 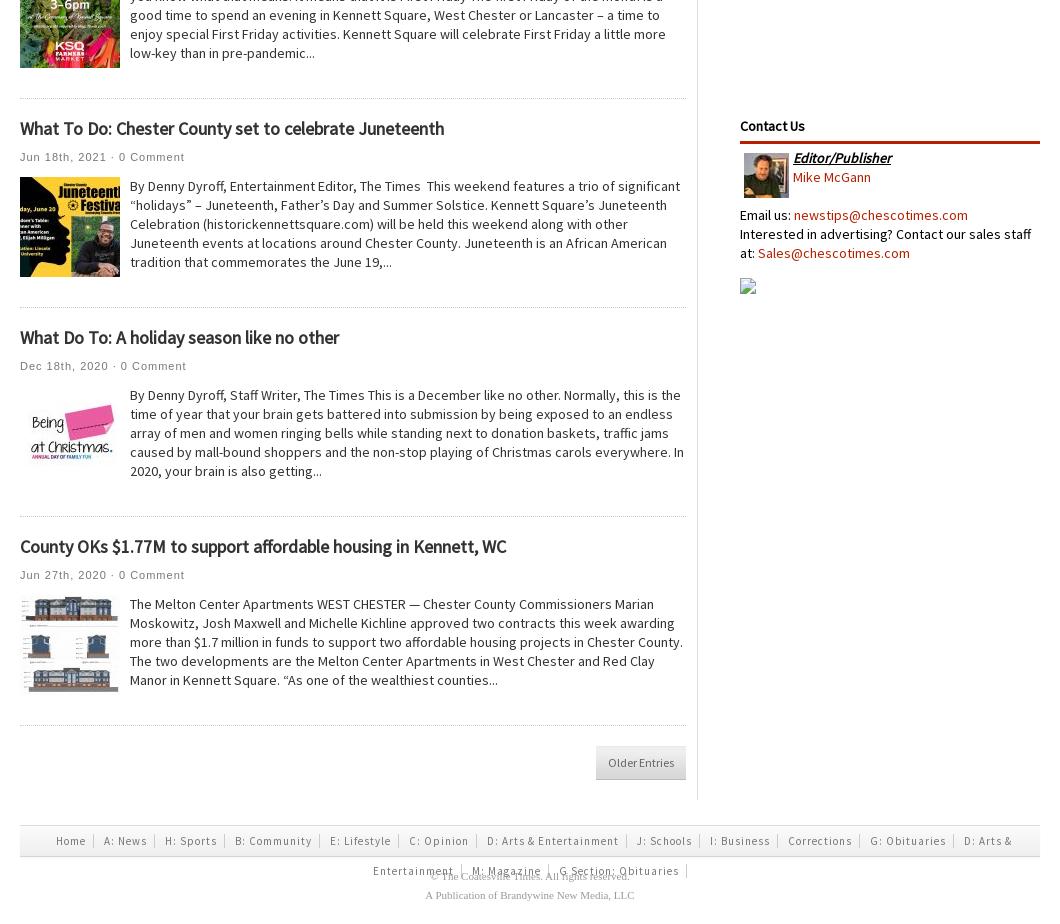 I want to click on 'Home', so click(x=69, y=841).